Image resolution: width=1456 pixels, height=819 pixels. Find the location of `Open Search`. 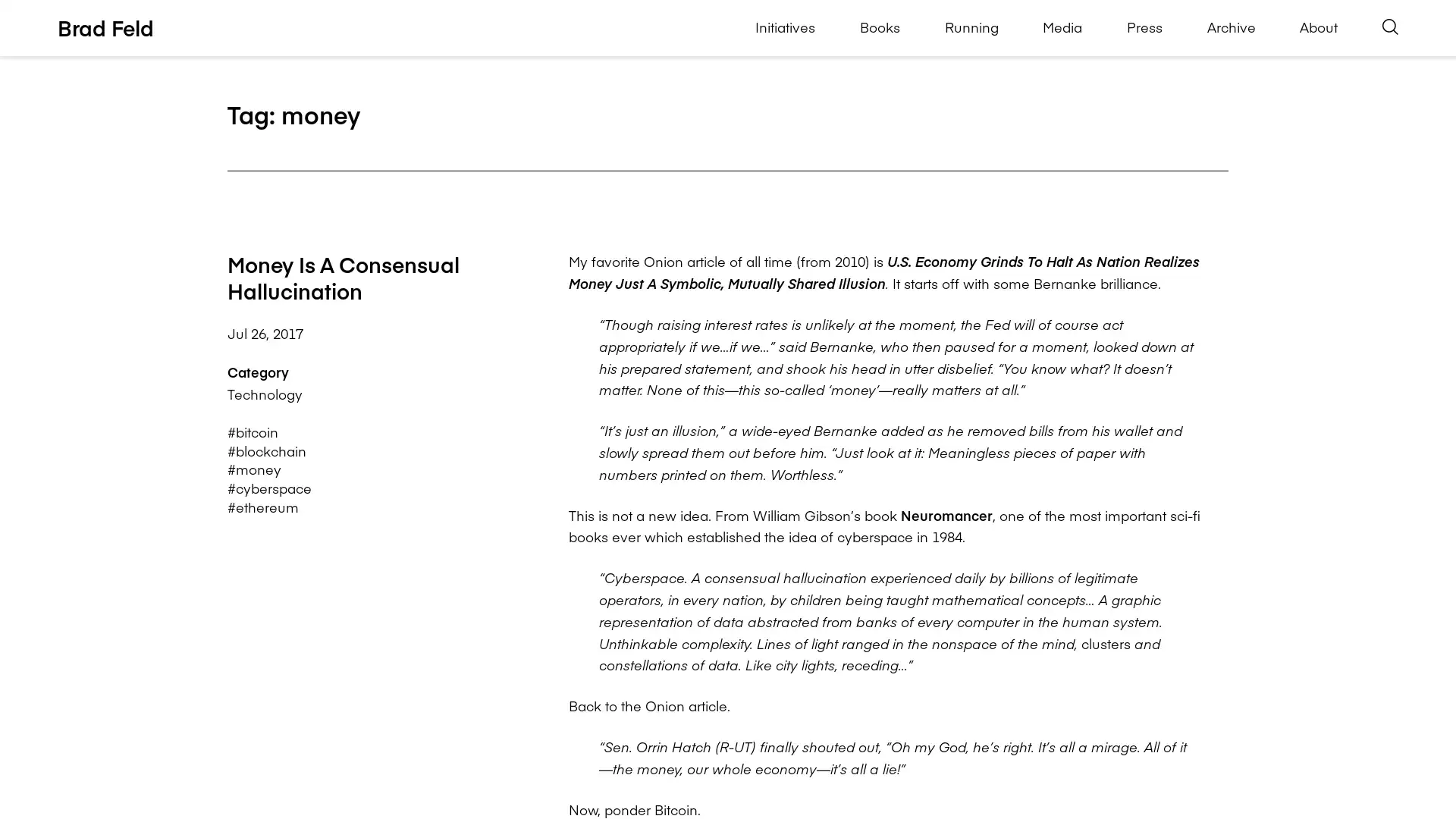

Open Search is located at coordinates (1390, 27).